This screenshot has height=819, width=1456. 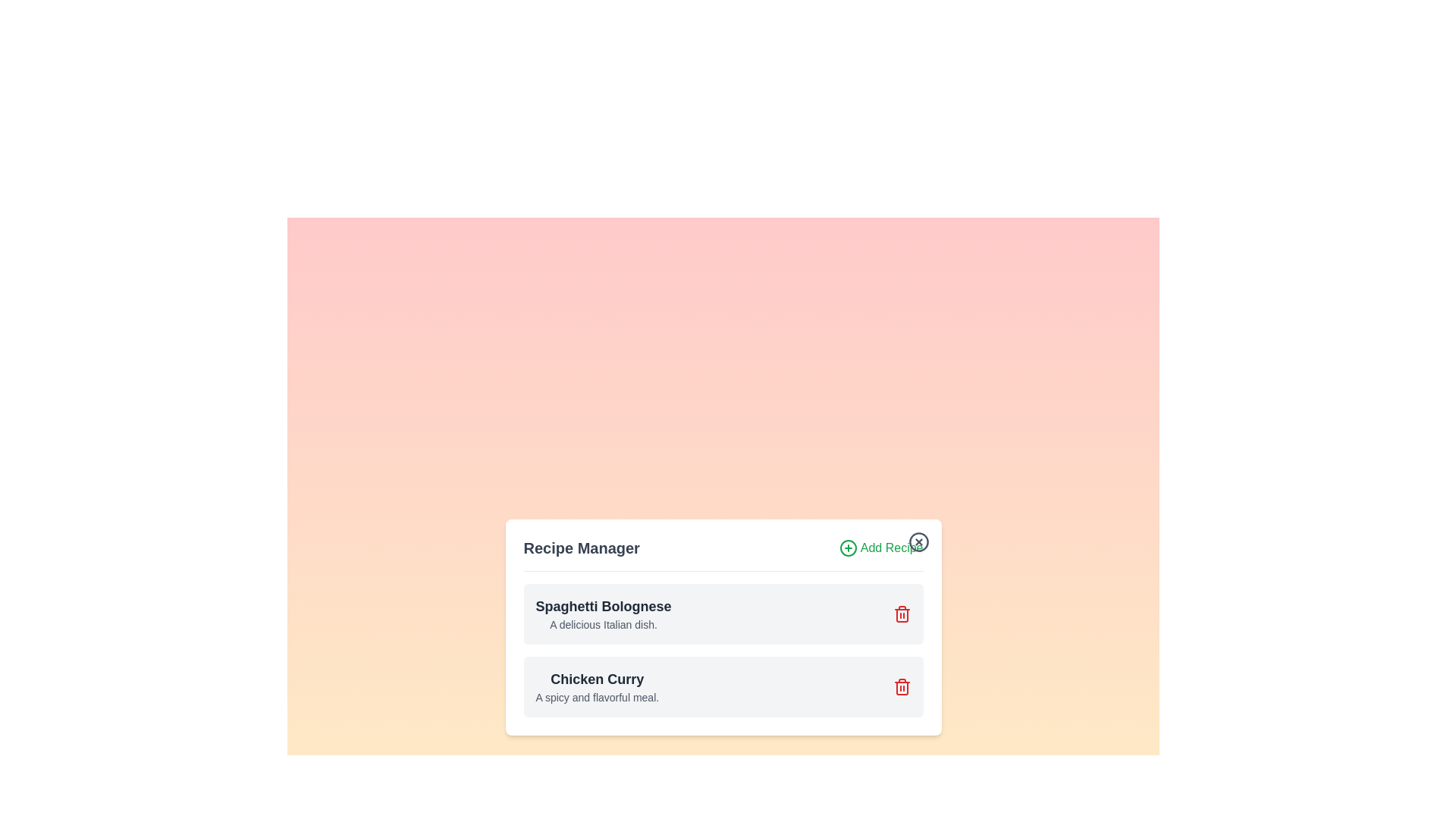 What do you see at coordinates (596, 686) in the screenshot?
I see `text block displaying the title 'Chicken Curry' and the description 'A spicy and flavorful meal.' located in the Recipe Manager section, under the Spaghetti Bolognese entry` at bounding box center [596, 686].